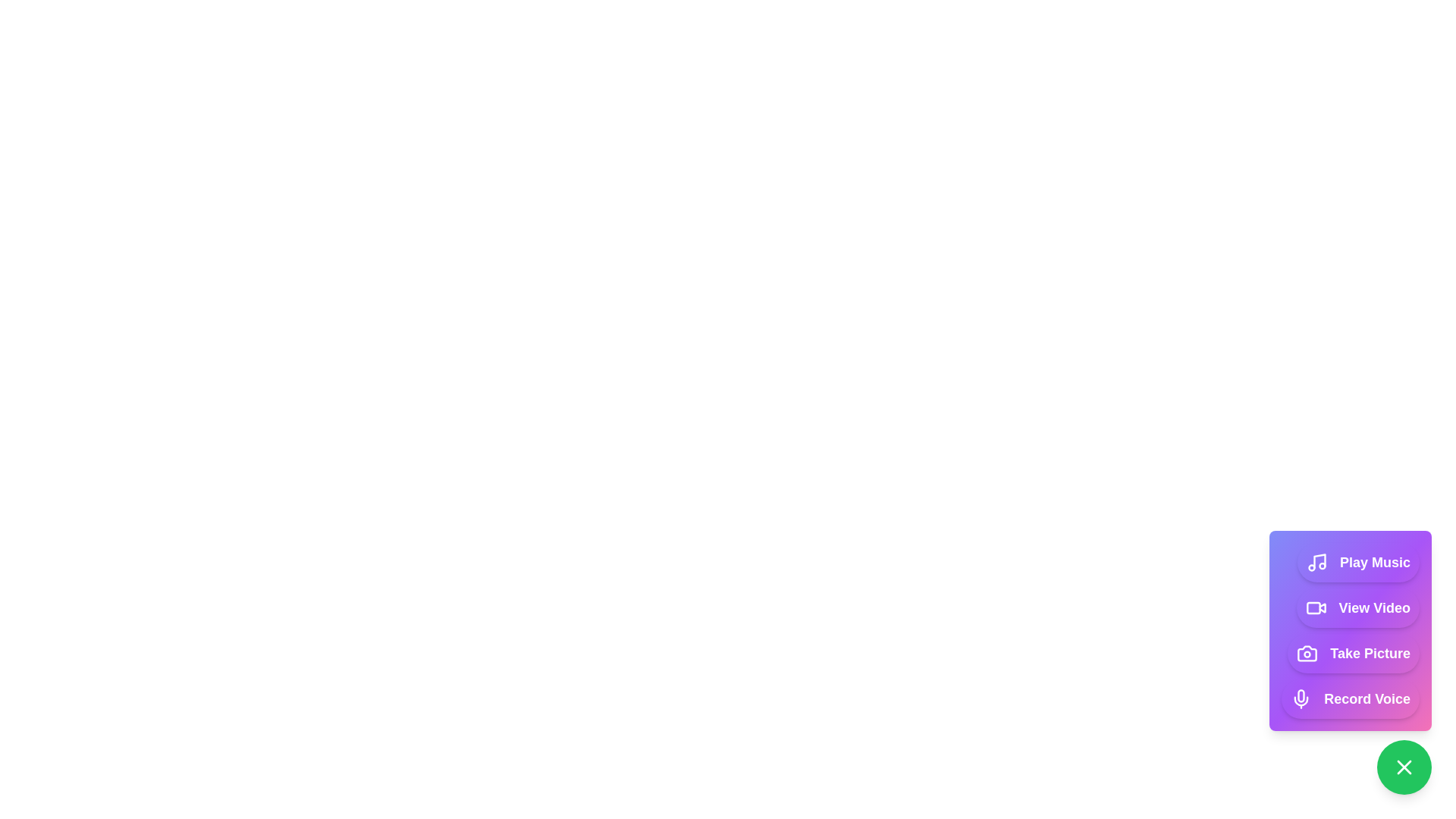 This screenshot has width=1456, height=819. I want to click on the Record Voice button to perform its action, so click(1351, 698).